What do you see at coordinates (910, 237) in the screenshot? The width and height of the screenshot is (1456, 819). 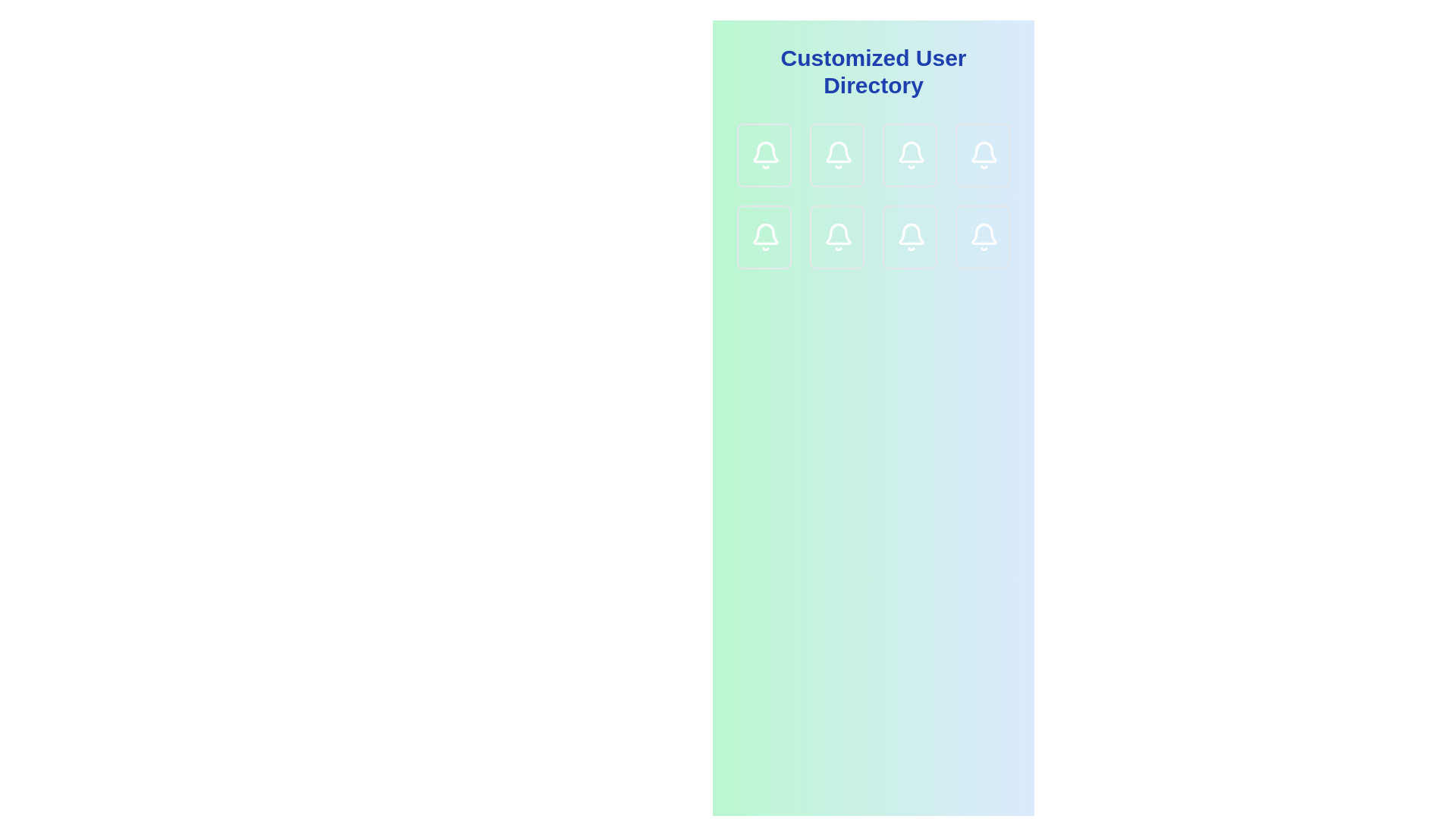 I see `the third card in the second row of the grid layout, which serves as a selection button for viewing notifications or enabling alerts` at bounding box center [910, 237].